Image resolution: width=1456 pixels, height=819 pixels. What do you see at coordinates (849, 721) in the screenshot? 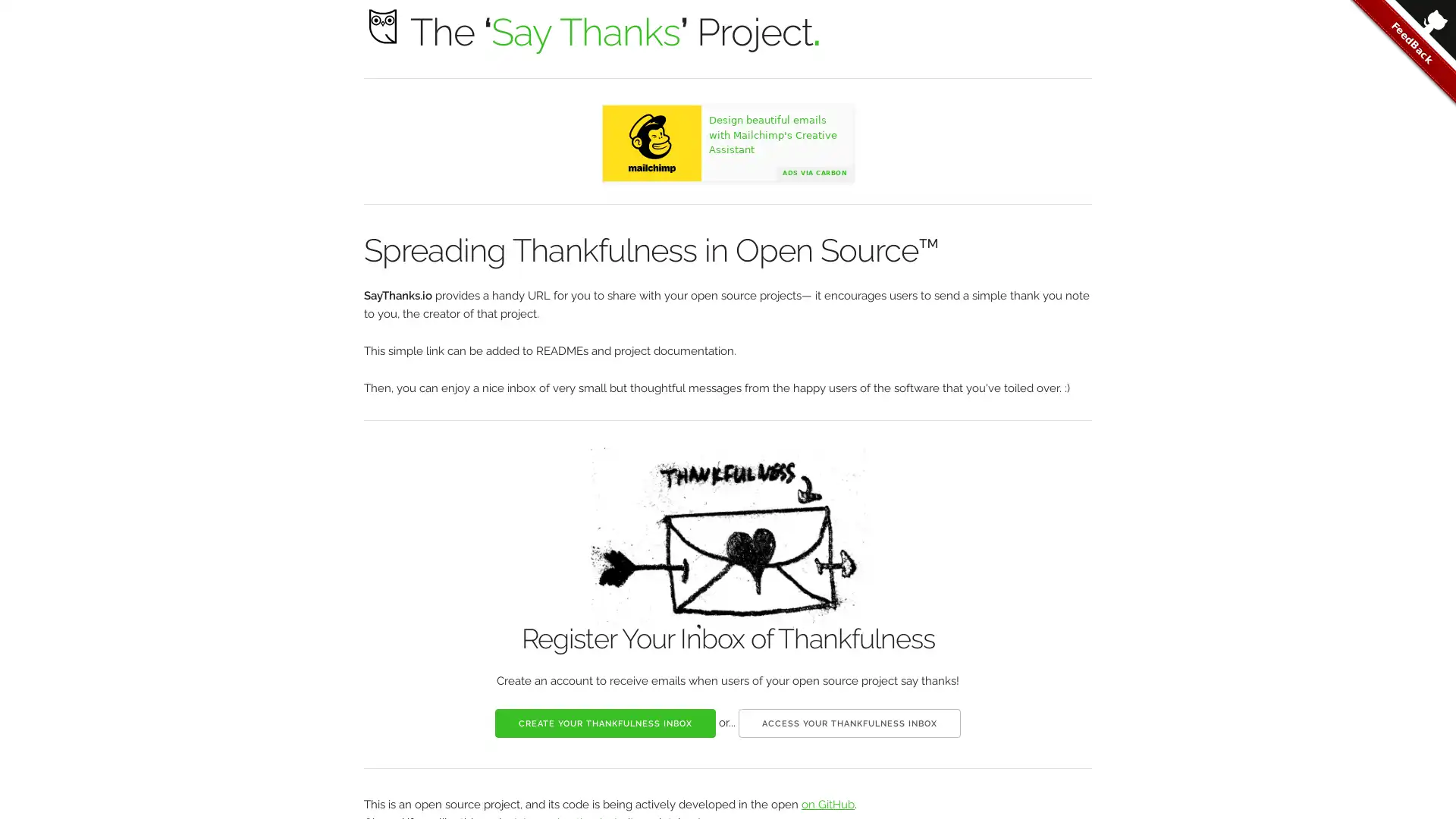
I see `ACCESS YOUR THANKFULNESS INBOX` at bounding box center [849, 721].